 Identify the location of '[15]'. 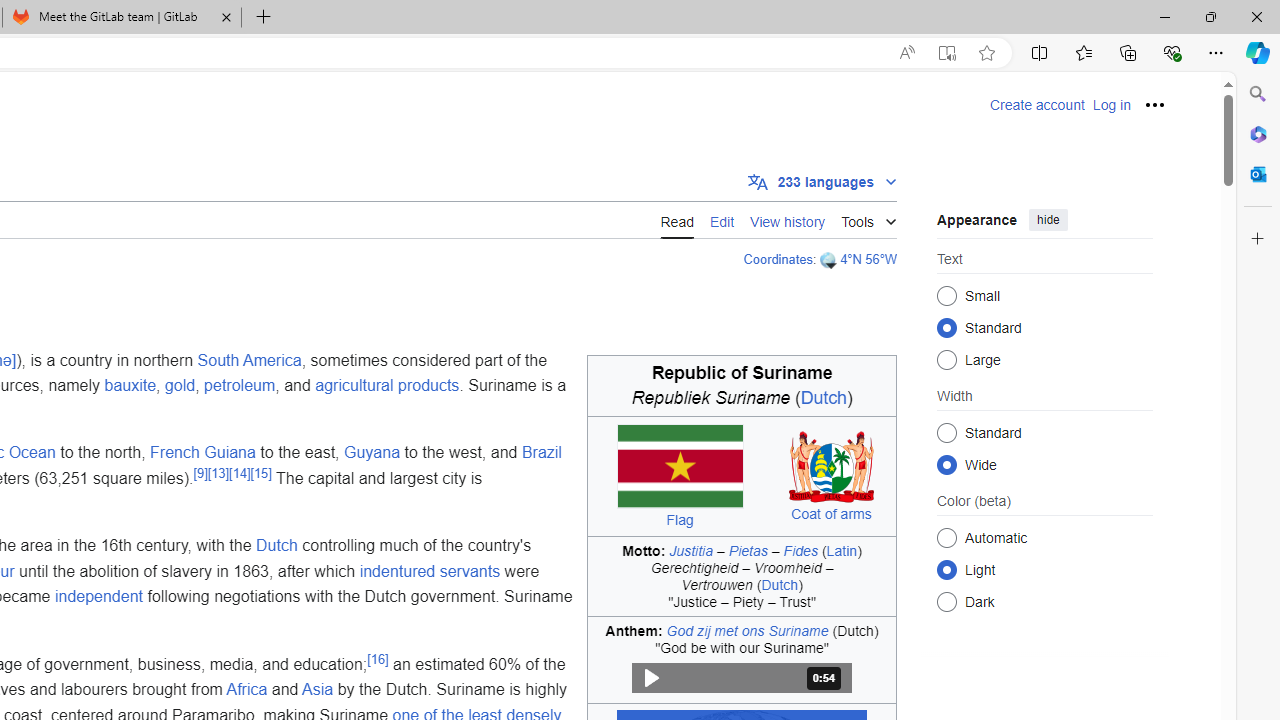
(259, 473).